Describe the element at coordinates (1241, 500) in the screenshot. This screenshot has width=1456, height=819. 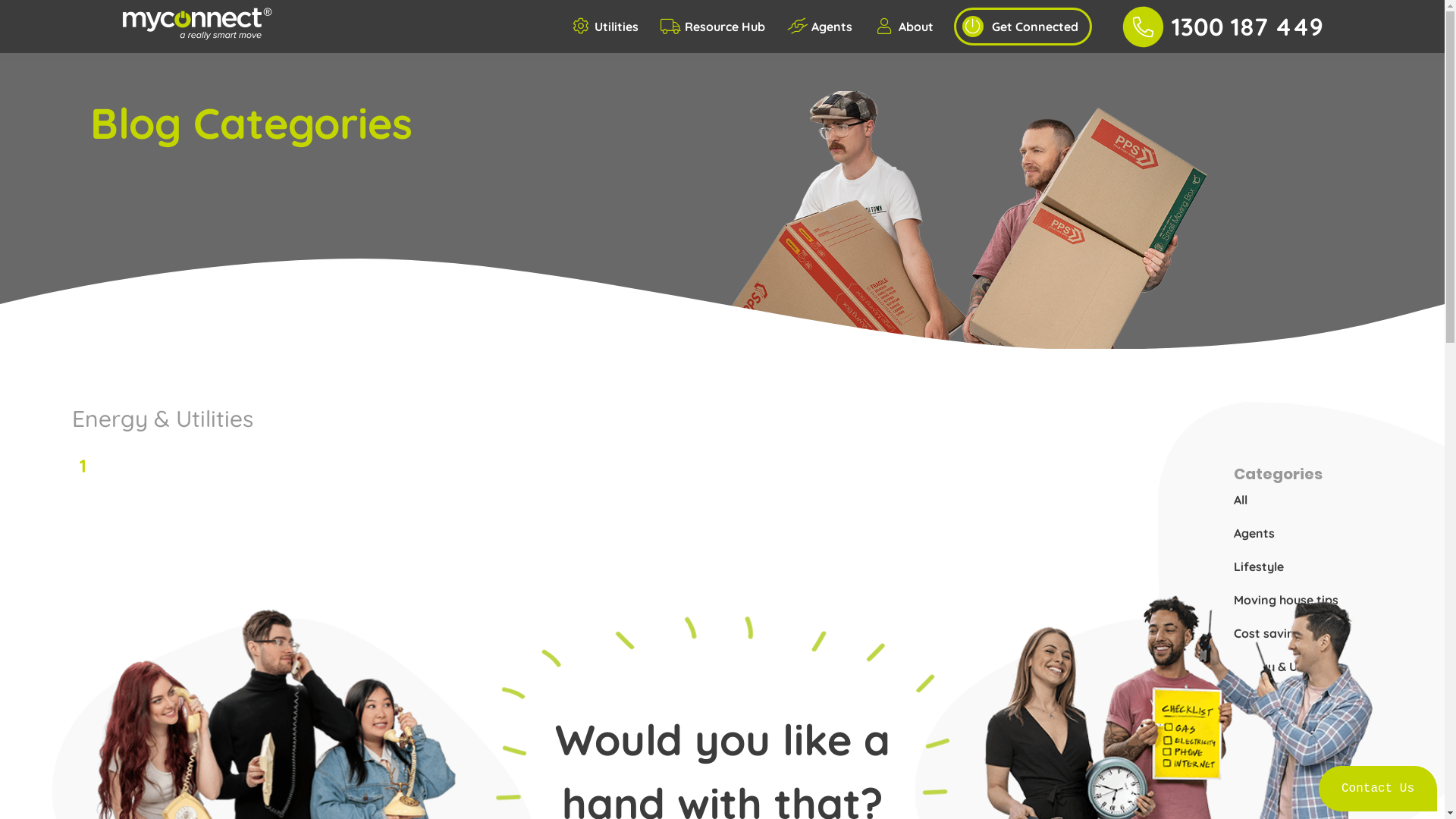
I see `'All'` at that location.